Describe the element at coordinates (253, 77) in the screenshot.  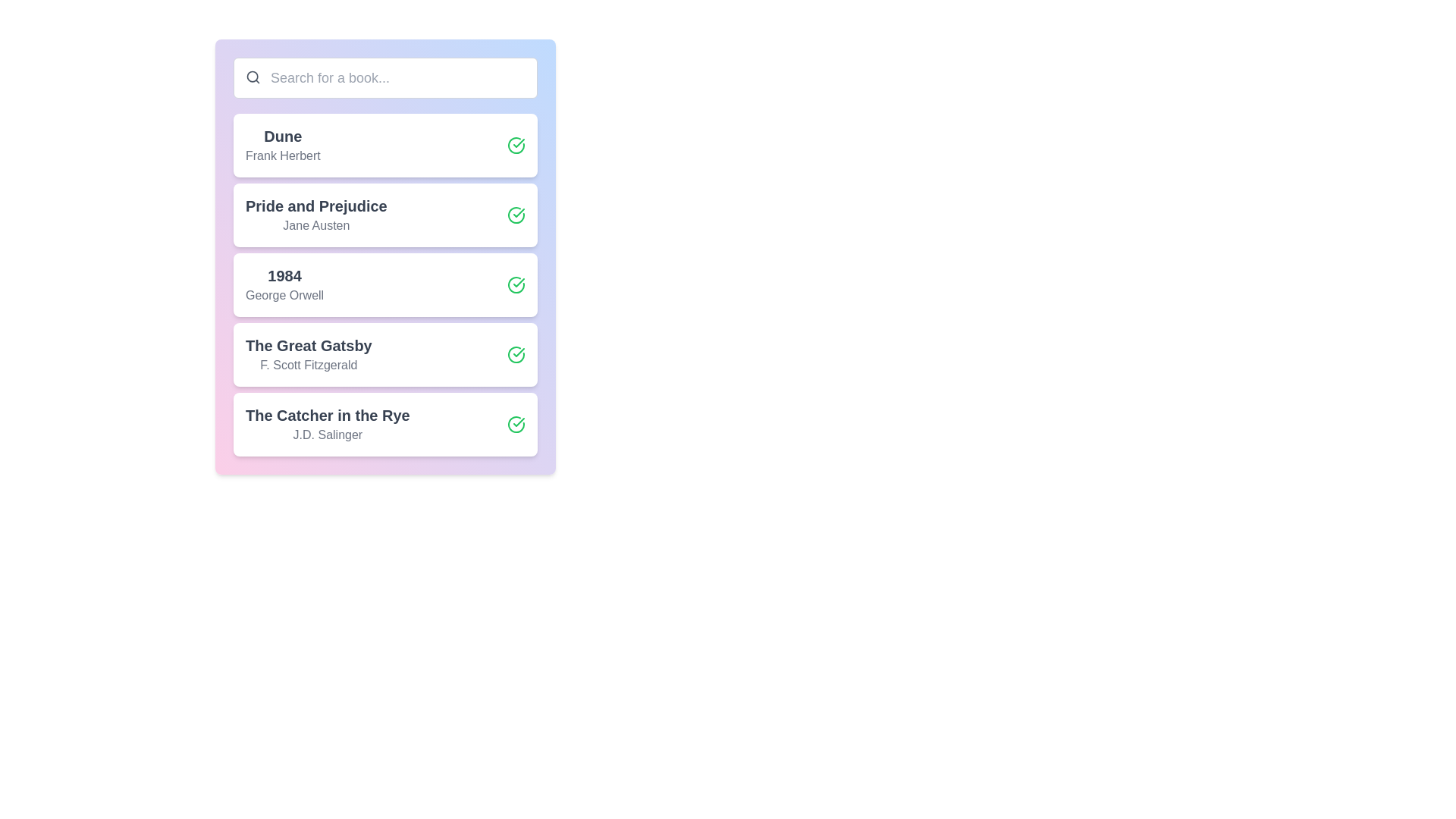
I see `the search icon located at the far left edge of the search input field, which serves as a visual indicator for search functionality` at that location.